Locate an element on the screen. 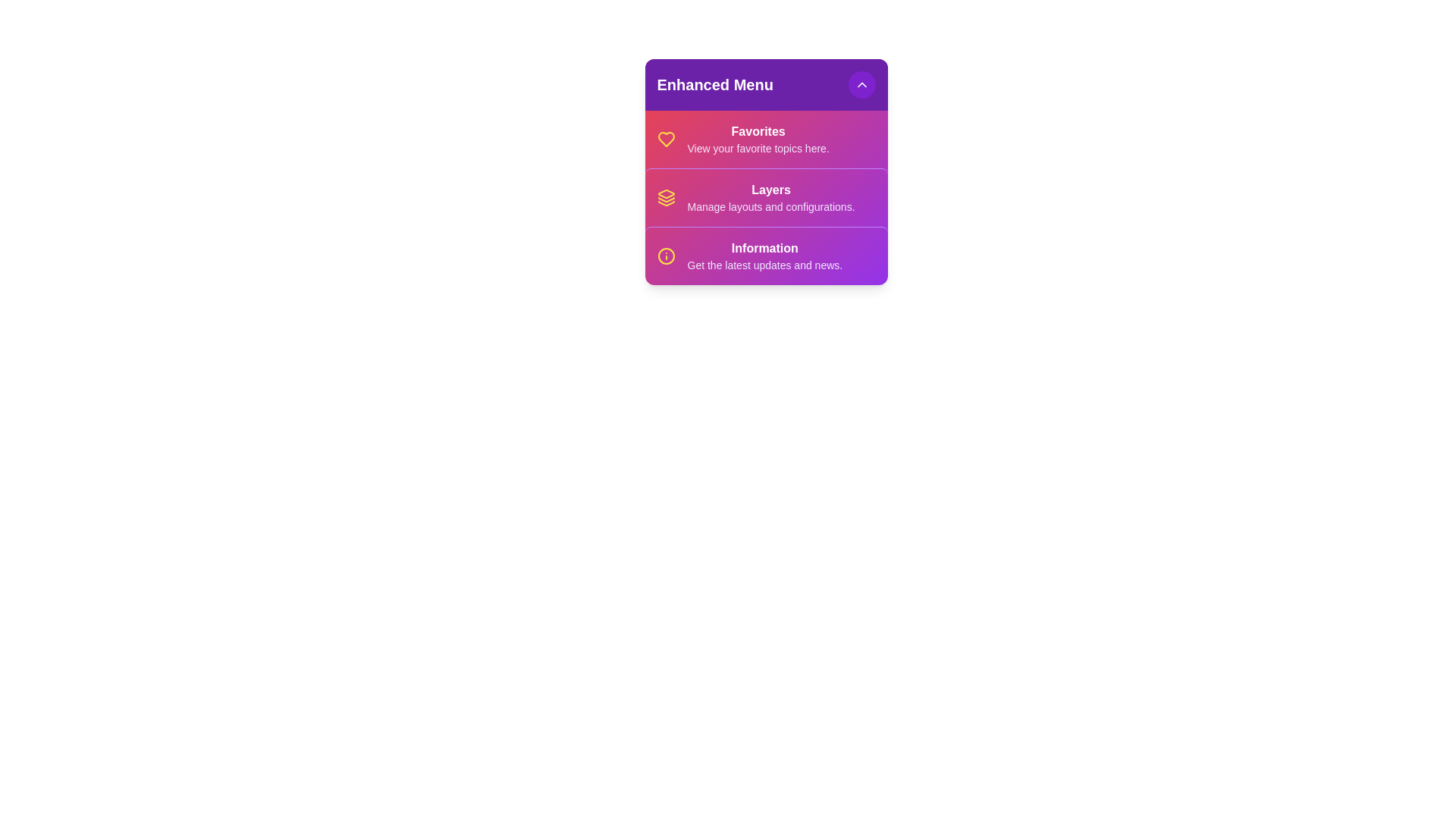 This screenshot has width=1456, height=819. the header button to toggle the menu visibility is located at coordinates (861, 84).